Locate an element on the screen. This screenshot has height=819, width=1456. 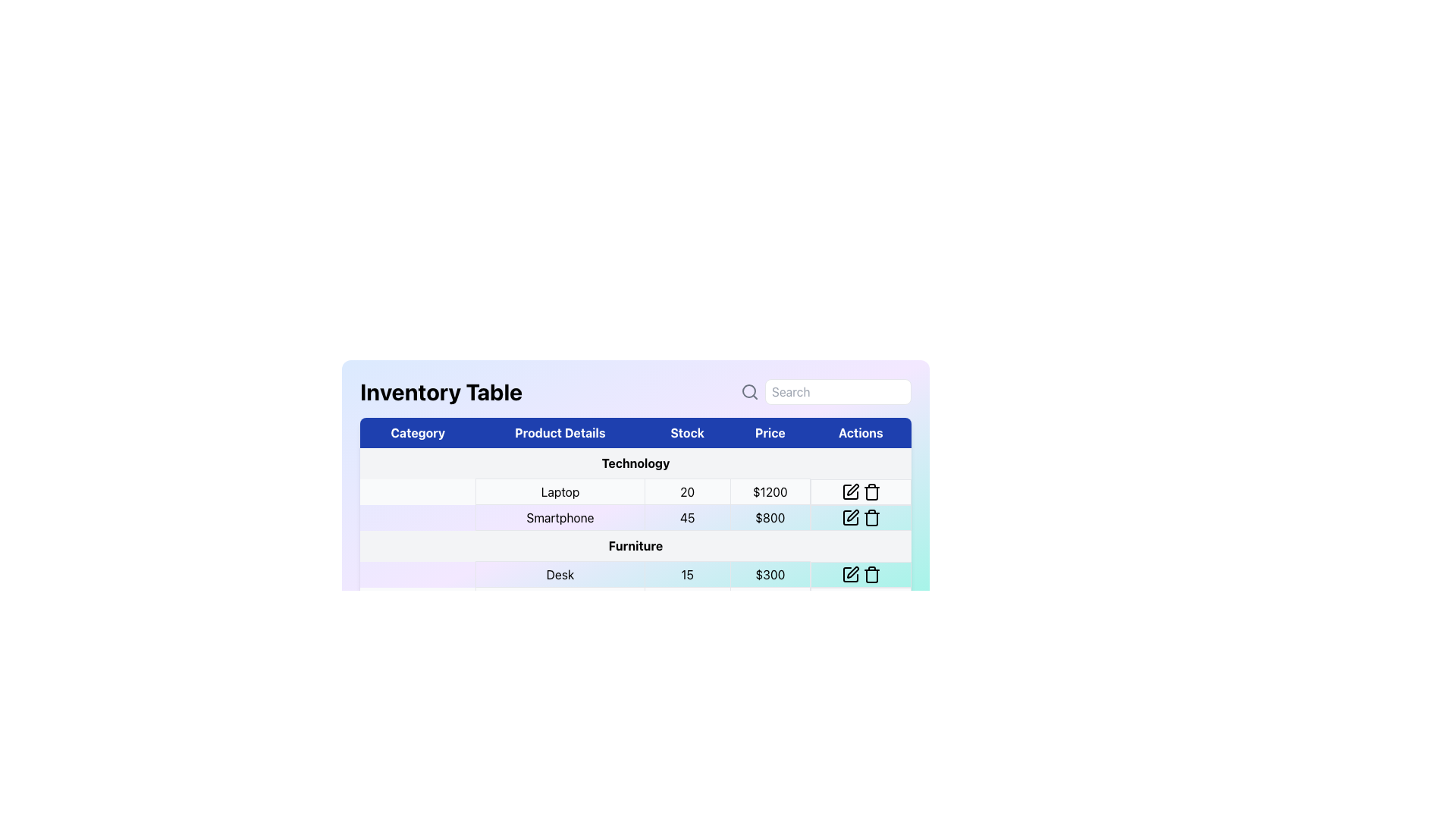
the text label that displays 'Actions', which is styled with a centered alignment and has a white font on a blue background, located at the top-right corner of the table is located at coordinates (861, 432).